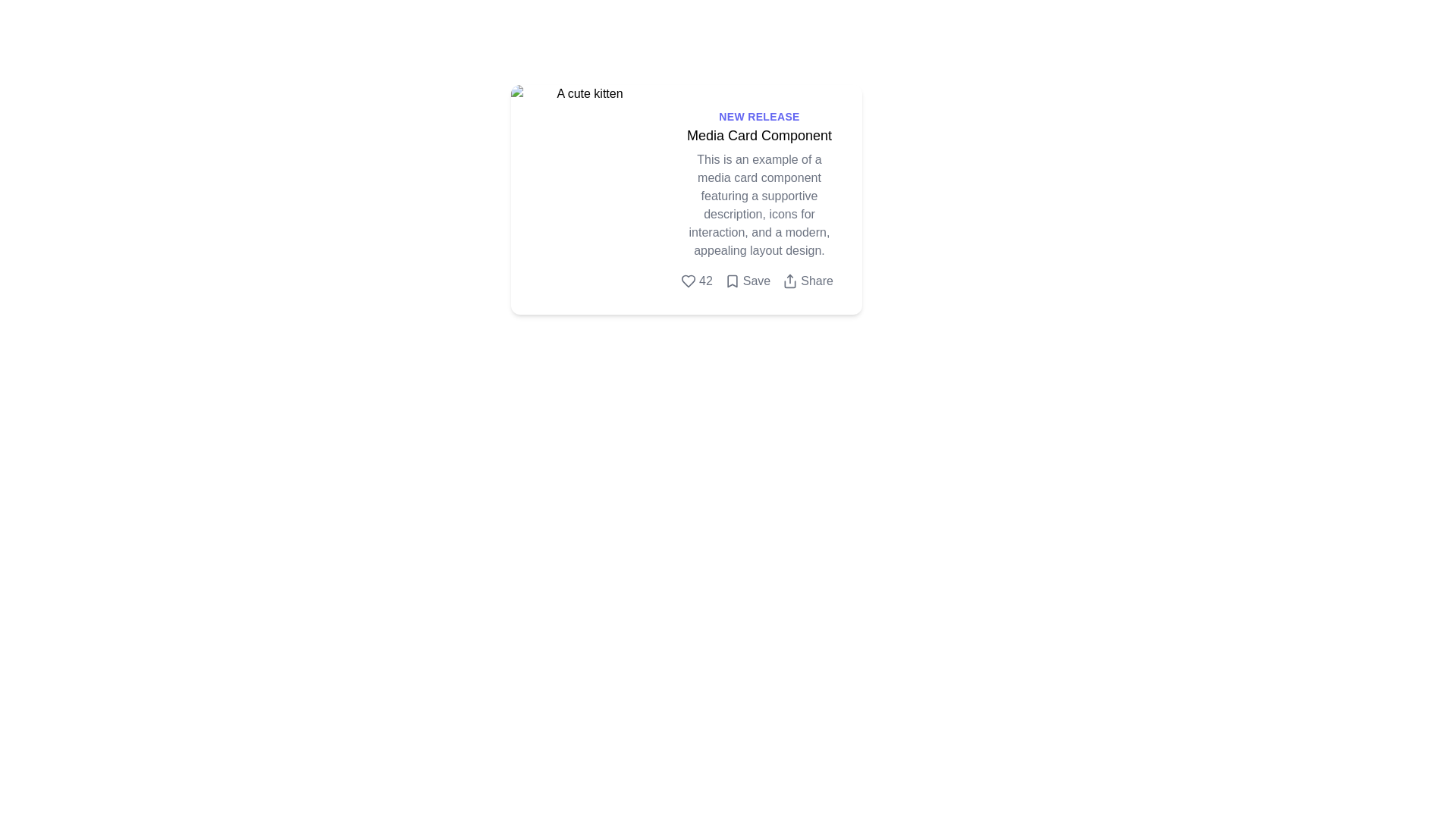 The width and height of the screenshot is (1456, 819). What do you see at coordinates (687, 281) in the screenshot?
I see `the heart icon located at the bottom of the card-style component` at bounding box center [687, 281].